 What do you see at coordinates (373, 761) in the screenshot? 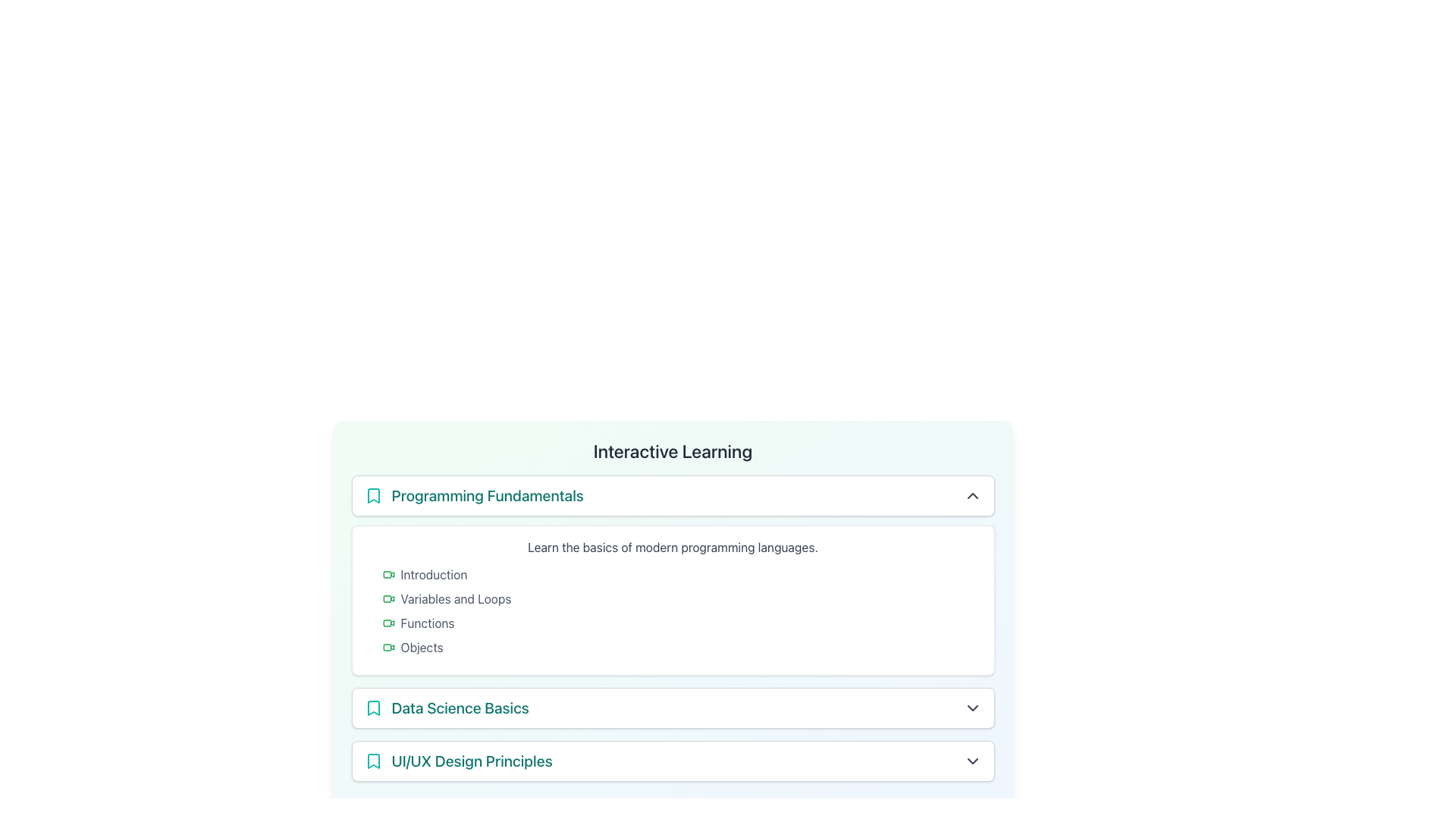
I see `the bookmark icon located next to the text 'UI/UX Design Principles' in the bottom-center region of the interface` at bounding box center [373, 761].